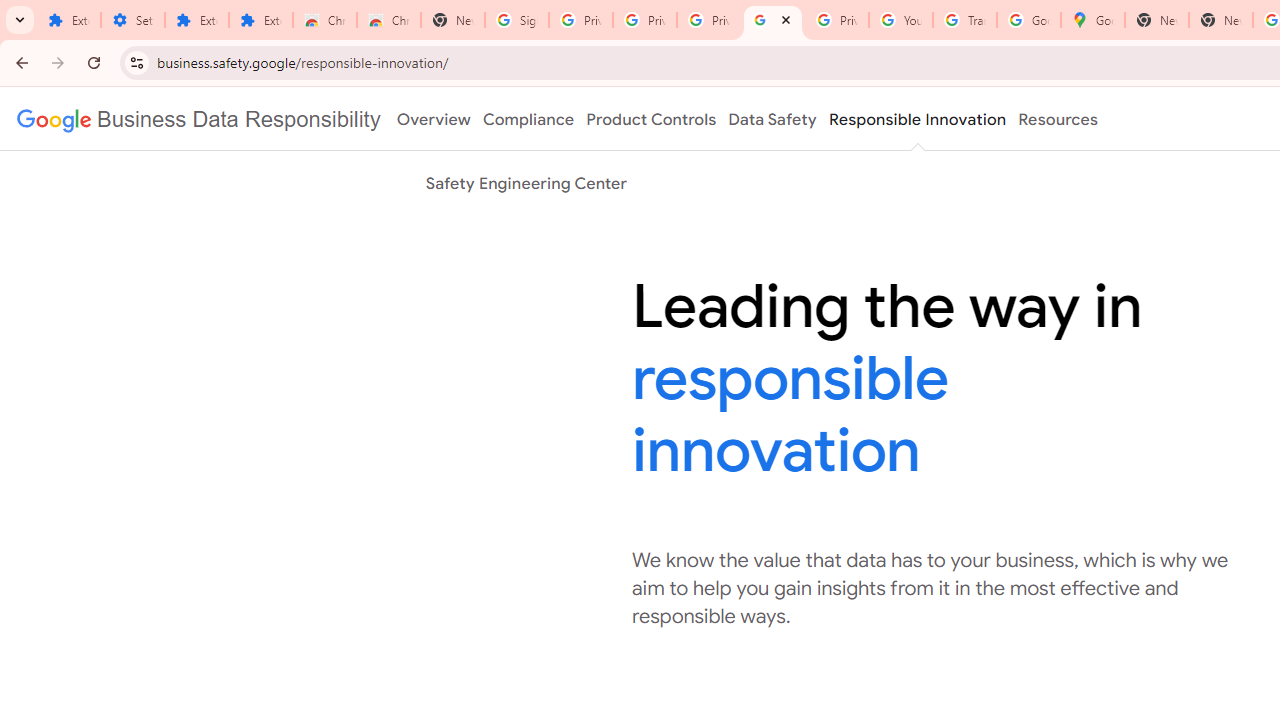  What do you see at coordinates (432, 119) in the screenshot?
I see `'Overview'` at bounding box center [432, 119].